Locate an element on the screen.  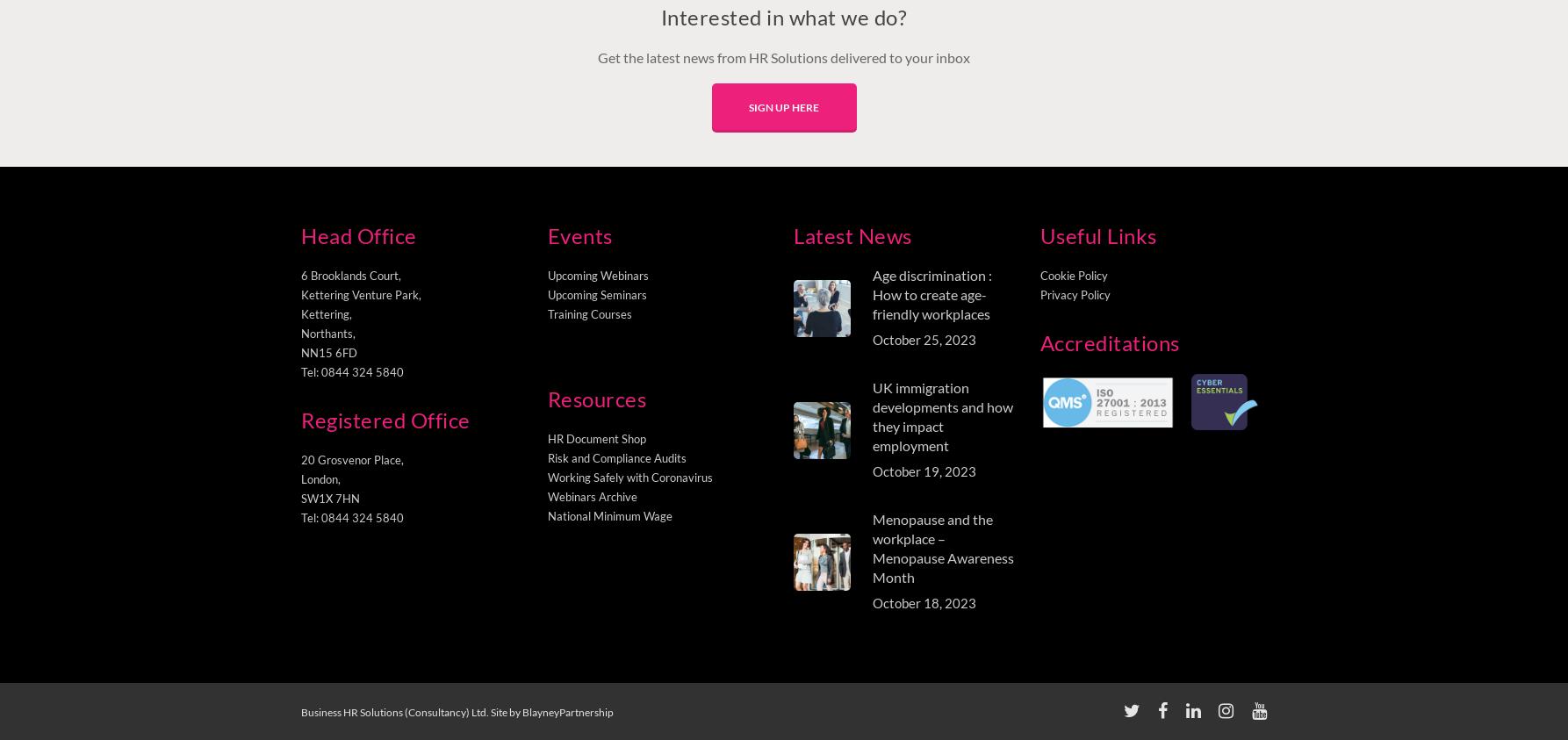
'Upcoming Seminars' is located at coordinates (596, 294).